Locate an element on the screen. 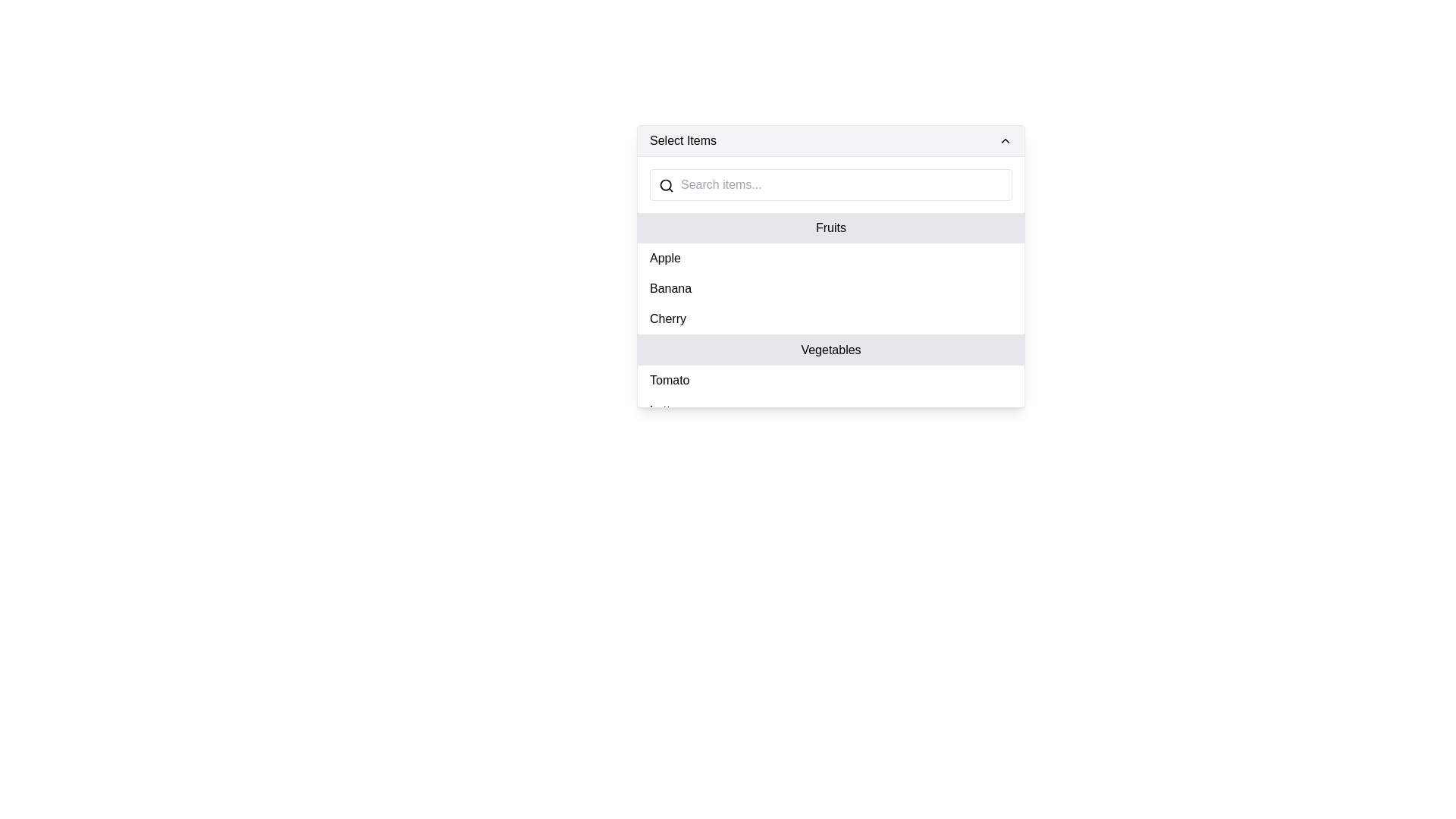  to select the first item 'Tomato' in the dropdown list under the 'Vegetables' section is located at coordinates (830, 379).